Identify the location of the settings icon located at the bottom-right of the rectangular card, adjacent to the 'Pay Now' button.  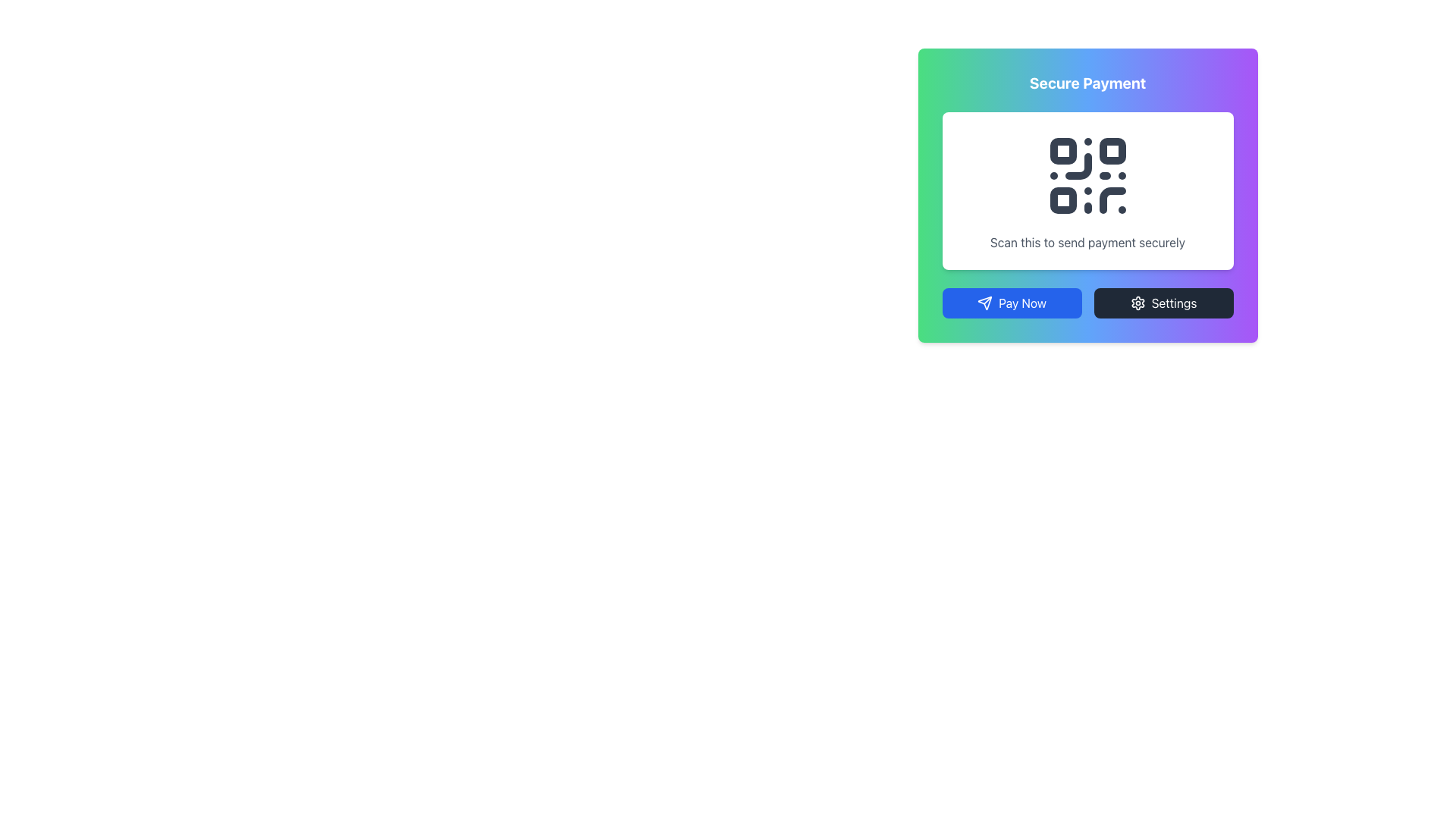
(1137, 303).